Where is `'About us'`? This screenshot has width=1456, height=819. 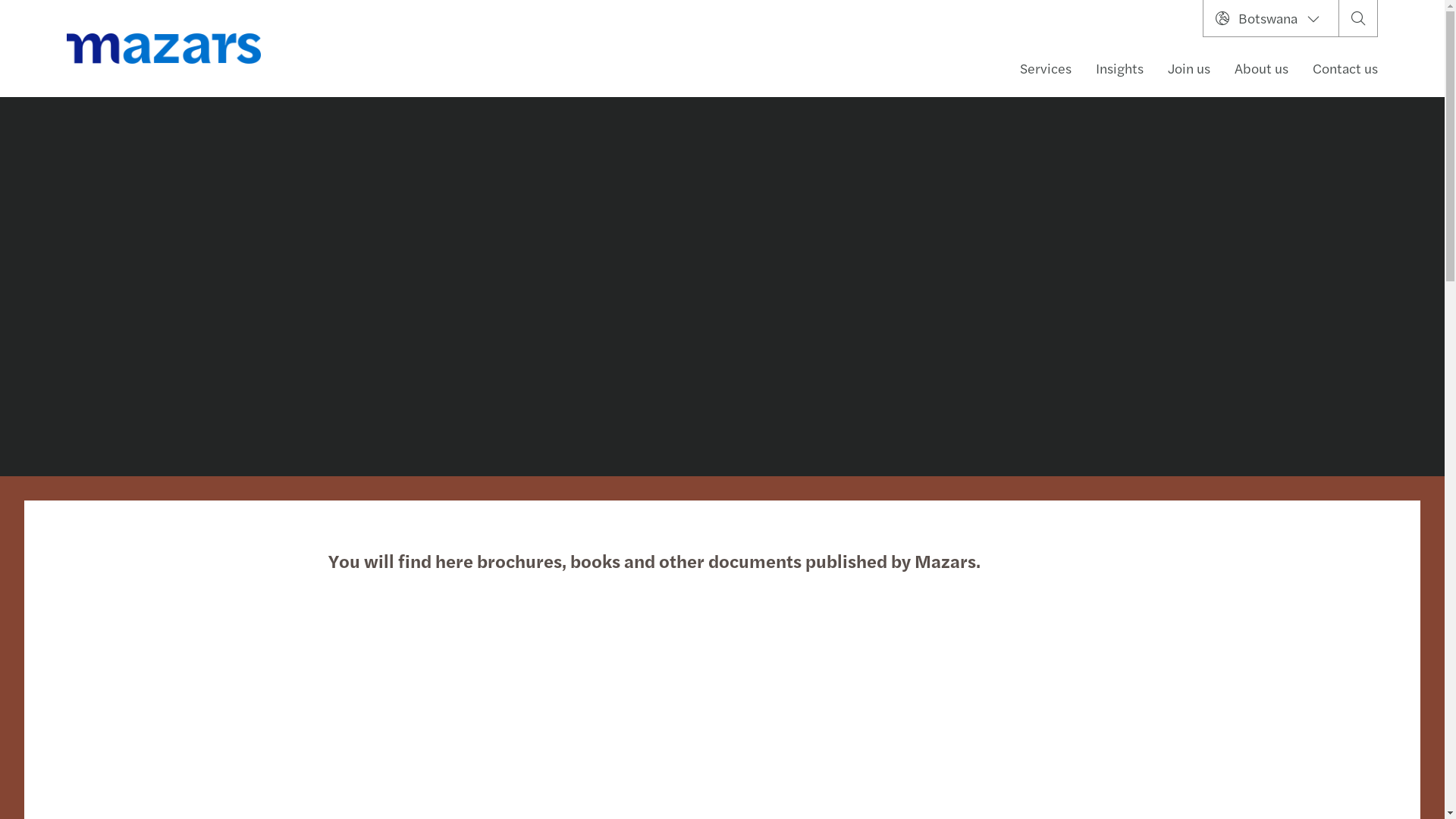
'About us' is located at coordinates (1261, 67).